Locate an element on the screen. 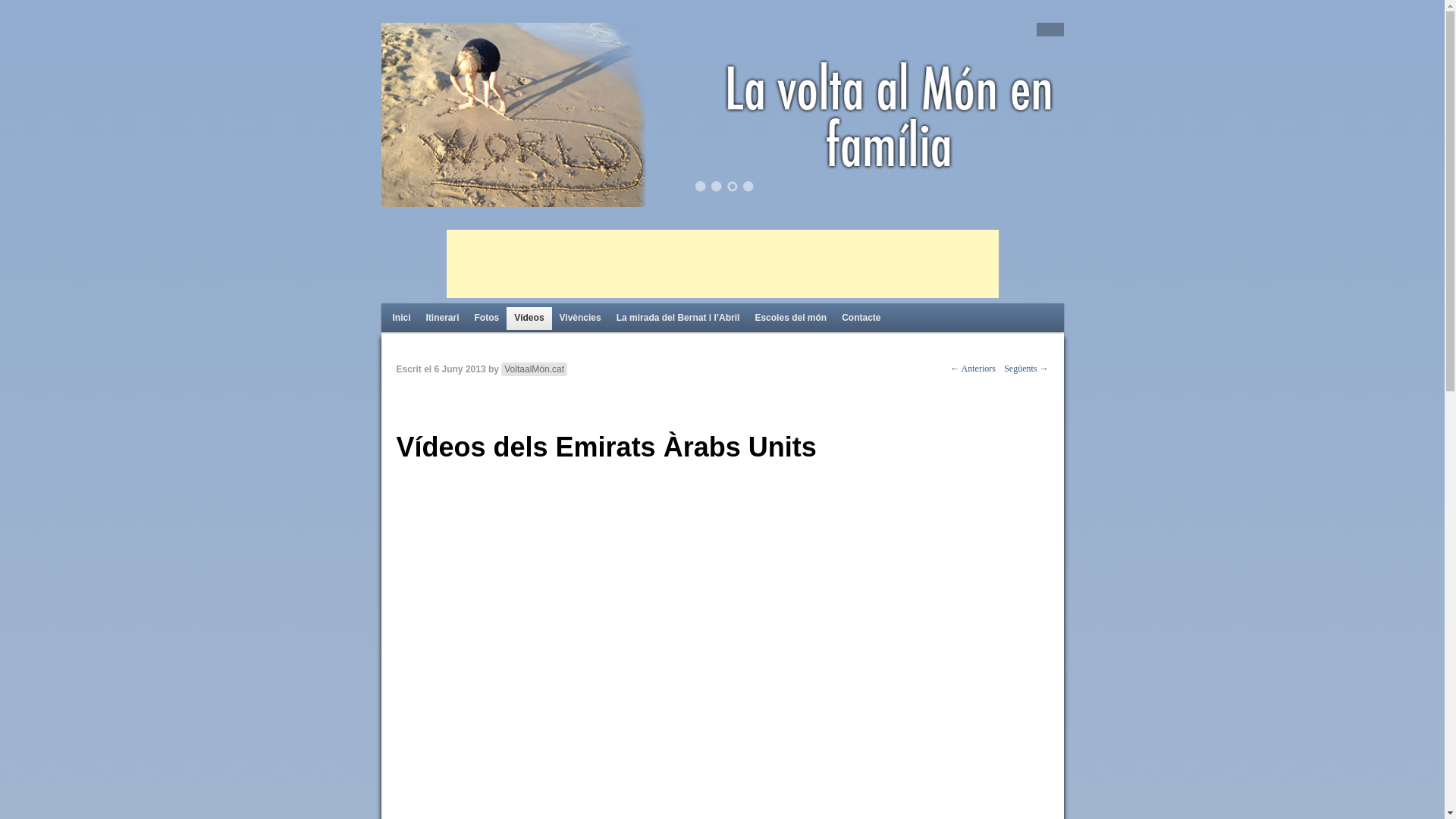 This screenshot has width=1456, height=819. 'Contacte' is located at coordinates (861, 318).